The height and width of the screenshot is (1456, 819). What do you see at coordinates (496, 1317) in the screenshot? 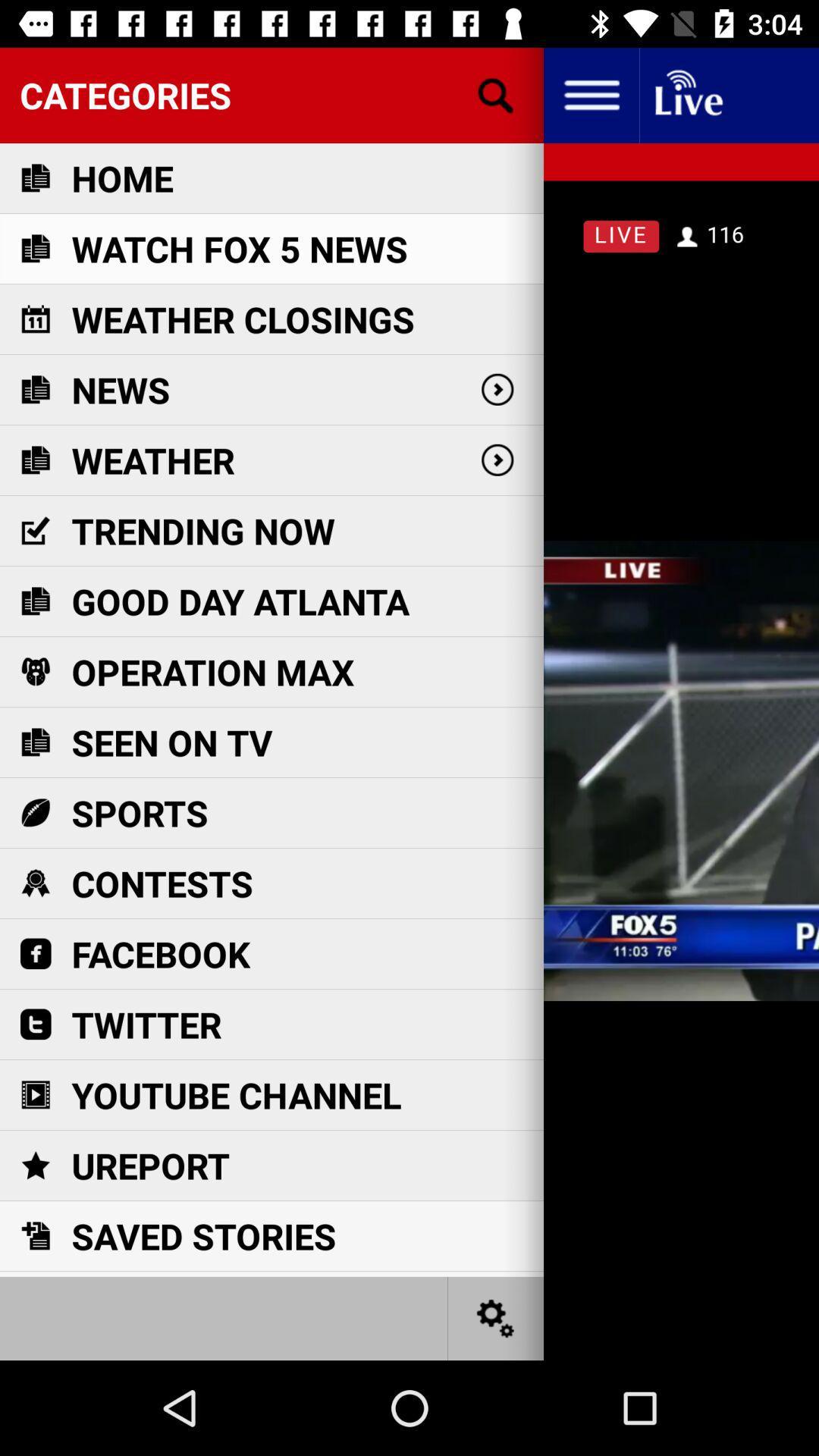
I see `settings` at bounding box center [496, 1317].